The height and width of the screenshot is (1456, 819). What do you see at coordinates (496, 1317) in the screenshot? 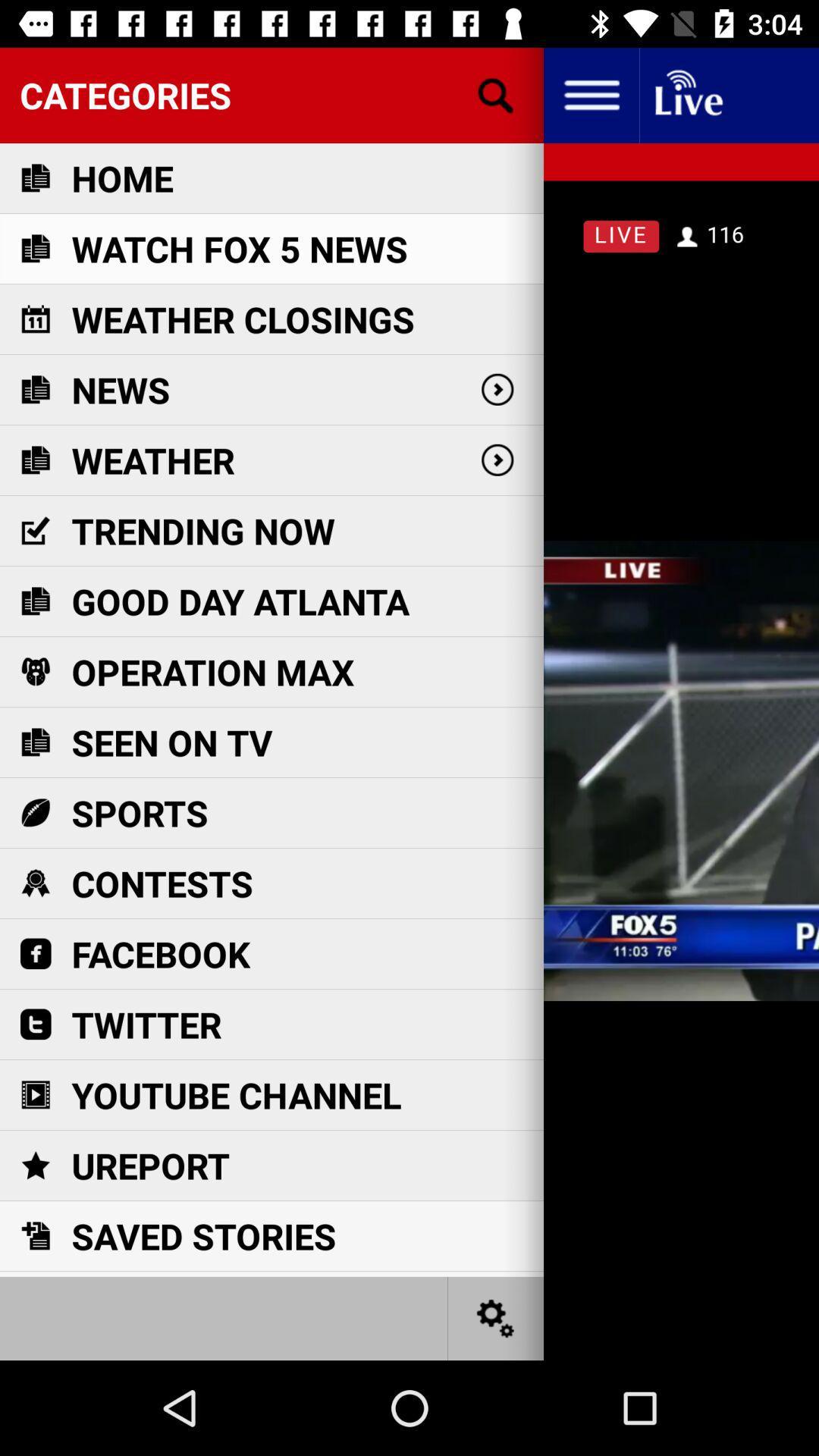
I see `settings` at bounding box center [496, 1317].